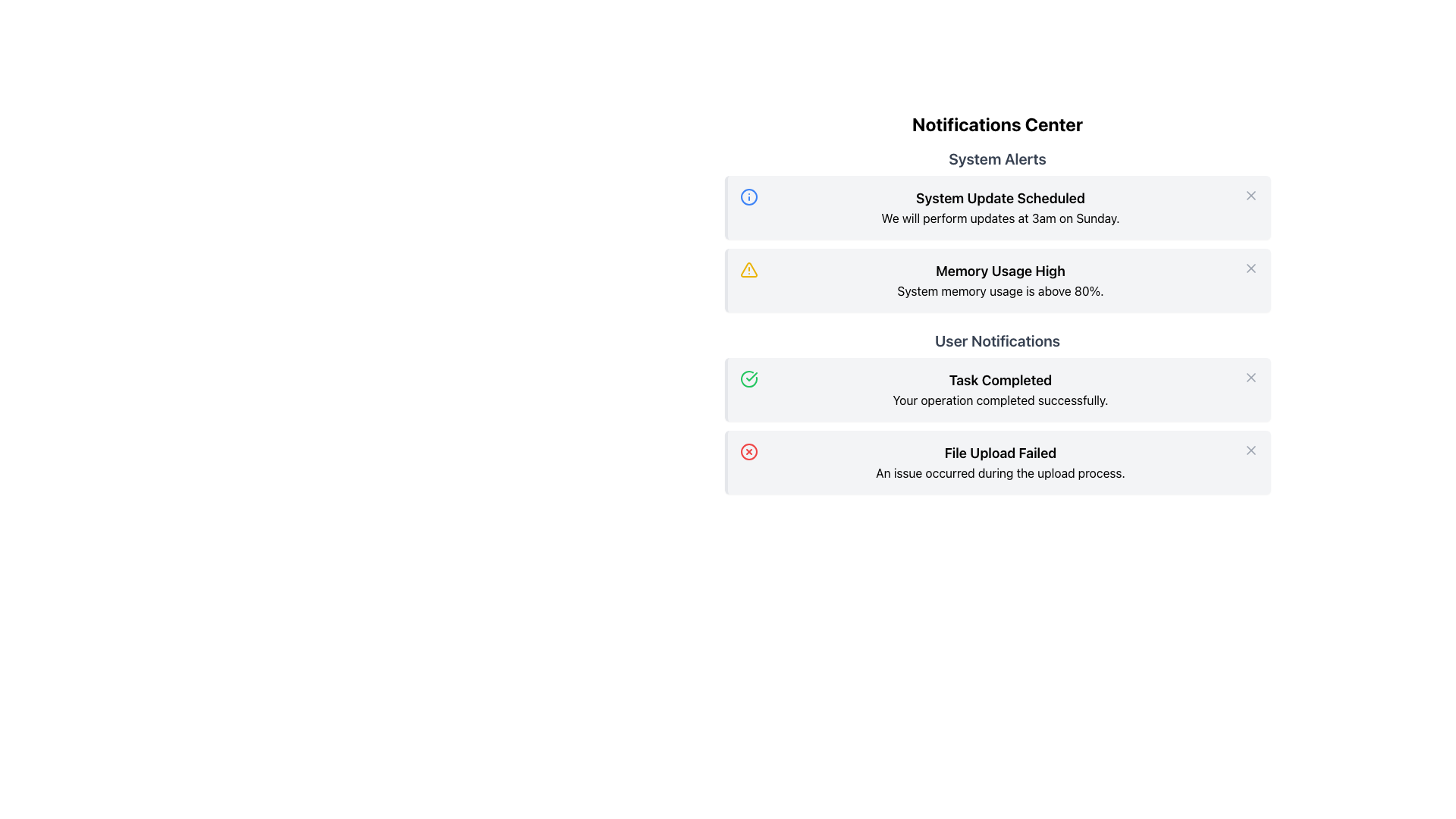 The height and width of the screenshot is (819, 1456). I want to click on the static text that conveys an informational message about a scheduled system update, located within the 'System Update Scheduled' notification in the 'Notifications Center', so click(1000, 218).